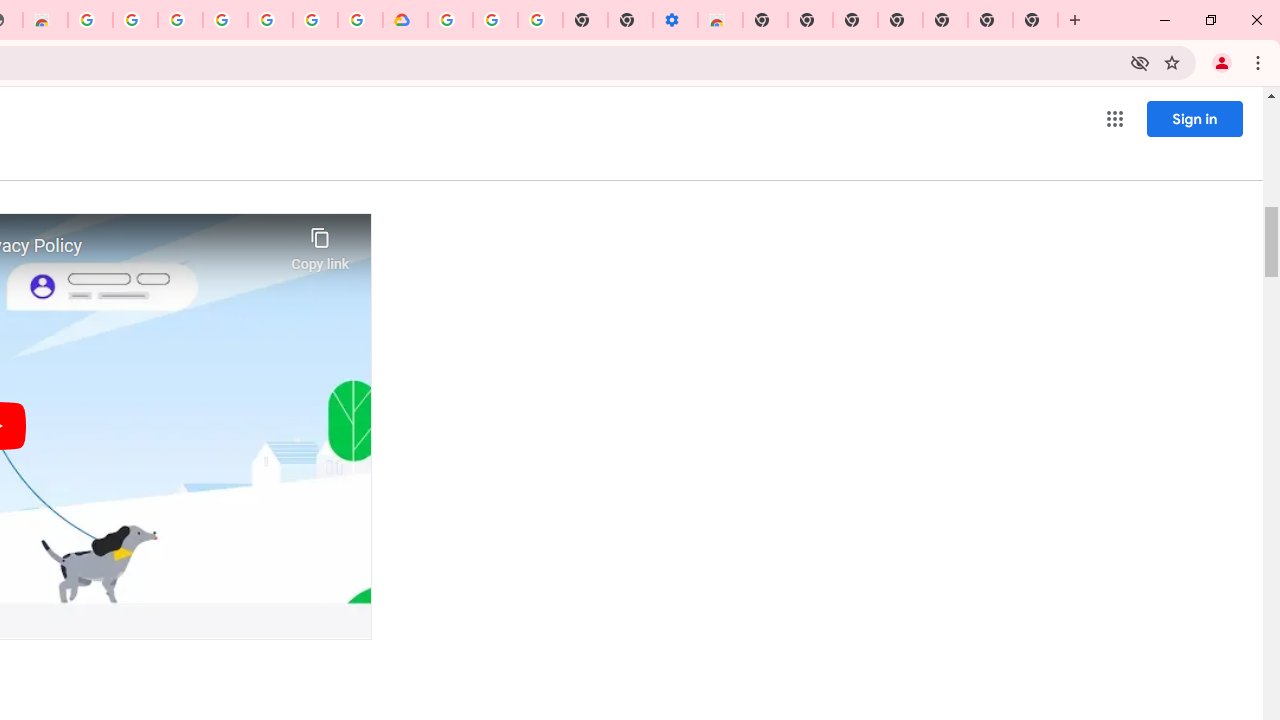 The height and width of the screenshot is (720, 1280). What do you see at coordinates (675, 20) in the screenshot?
I see `'Settings - Accessibility'` at bounding box center [675, 20].